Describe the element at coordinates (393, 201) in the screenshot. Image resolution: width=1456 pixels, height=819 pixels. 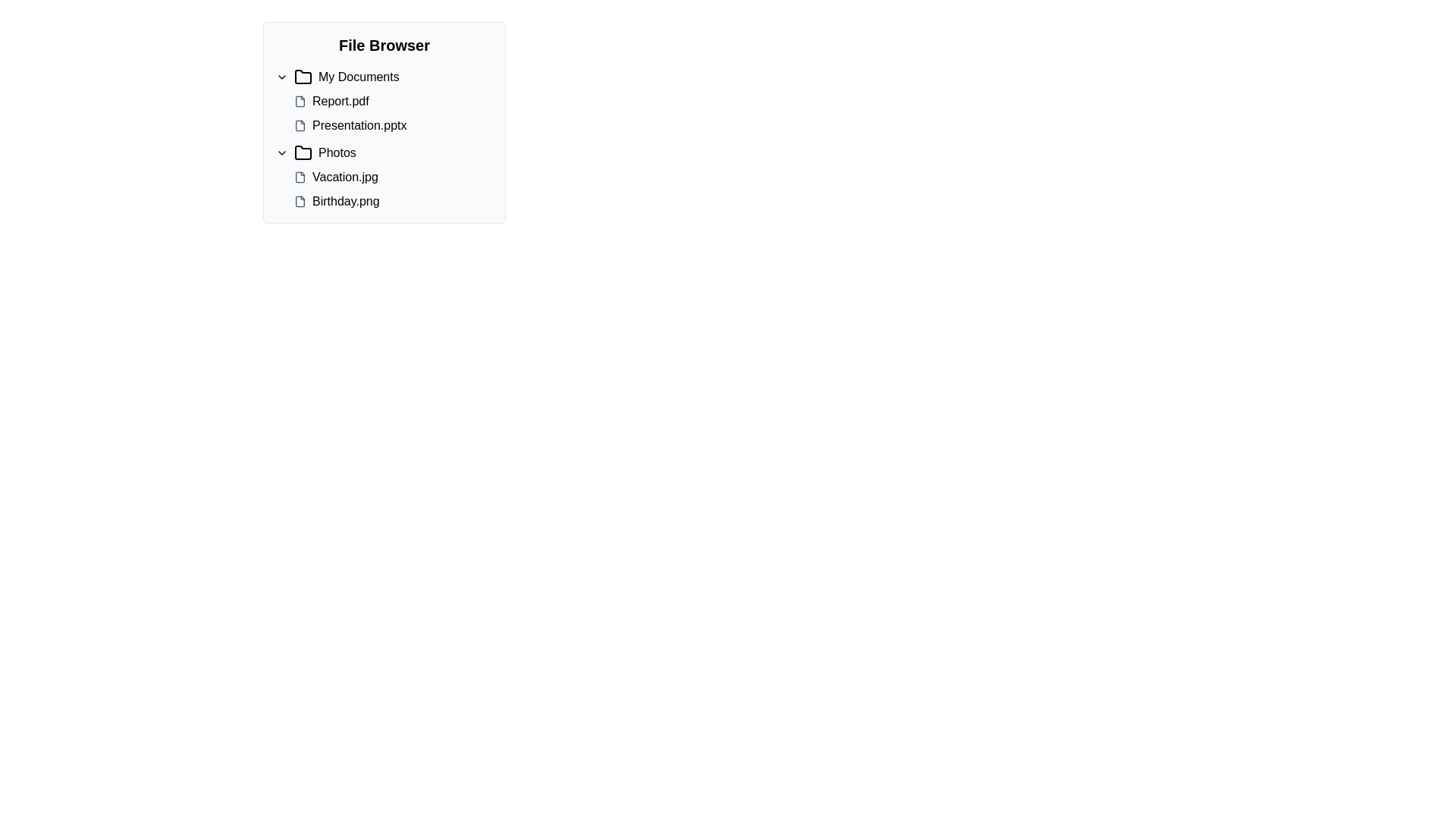
I see `on the list item representing the file 'Birthday.png' located as the second entry under the 'Photos' folder in the file browser interface` at that location.